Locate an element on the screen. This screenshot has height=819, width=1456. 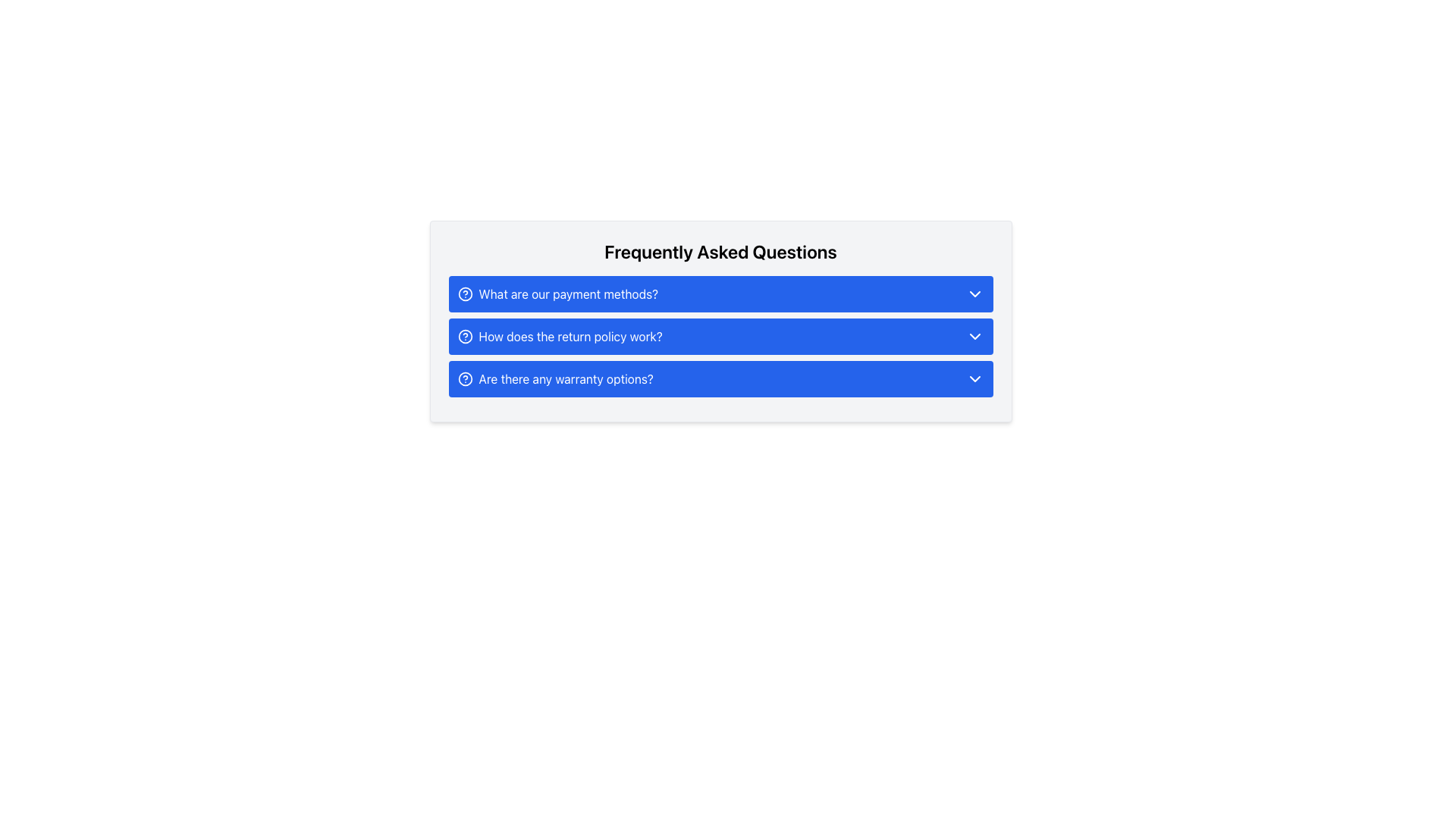
the chevron icon button at the right end of the header labeled 'What are our payment methods?' is located at coordinates (974, 294).